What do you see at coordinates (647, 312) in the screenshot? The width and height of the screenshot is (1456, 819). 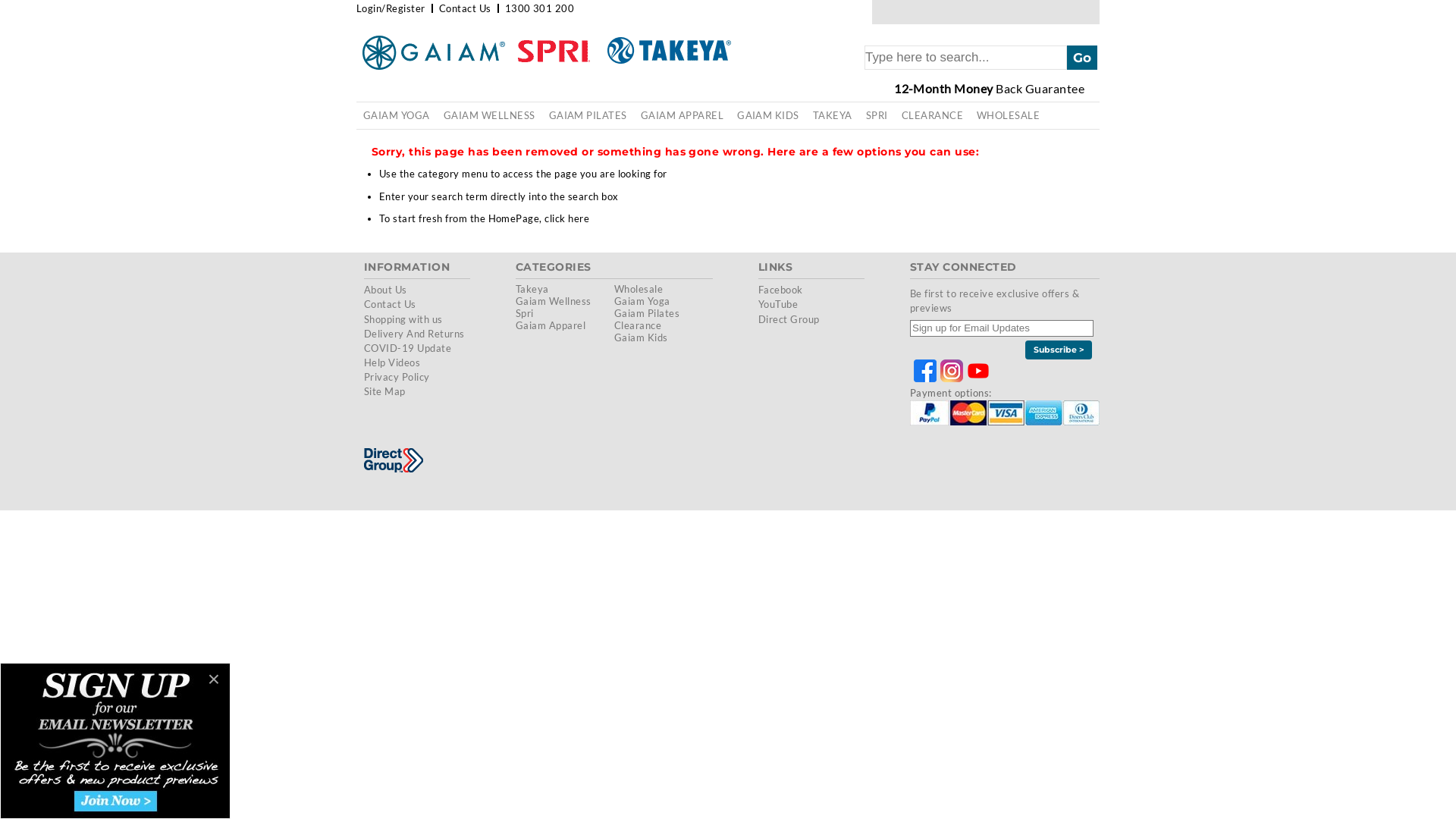 I see `'Gaiam Pilates'` at bounding box center [647, 312].